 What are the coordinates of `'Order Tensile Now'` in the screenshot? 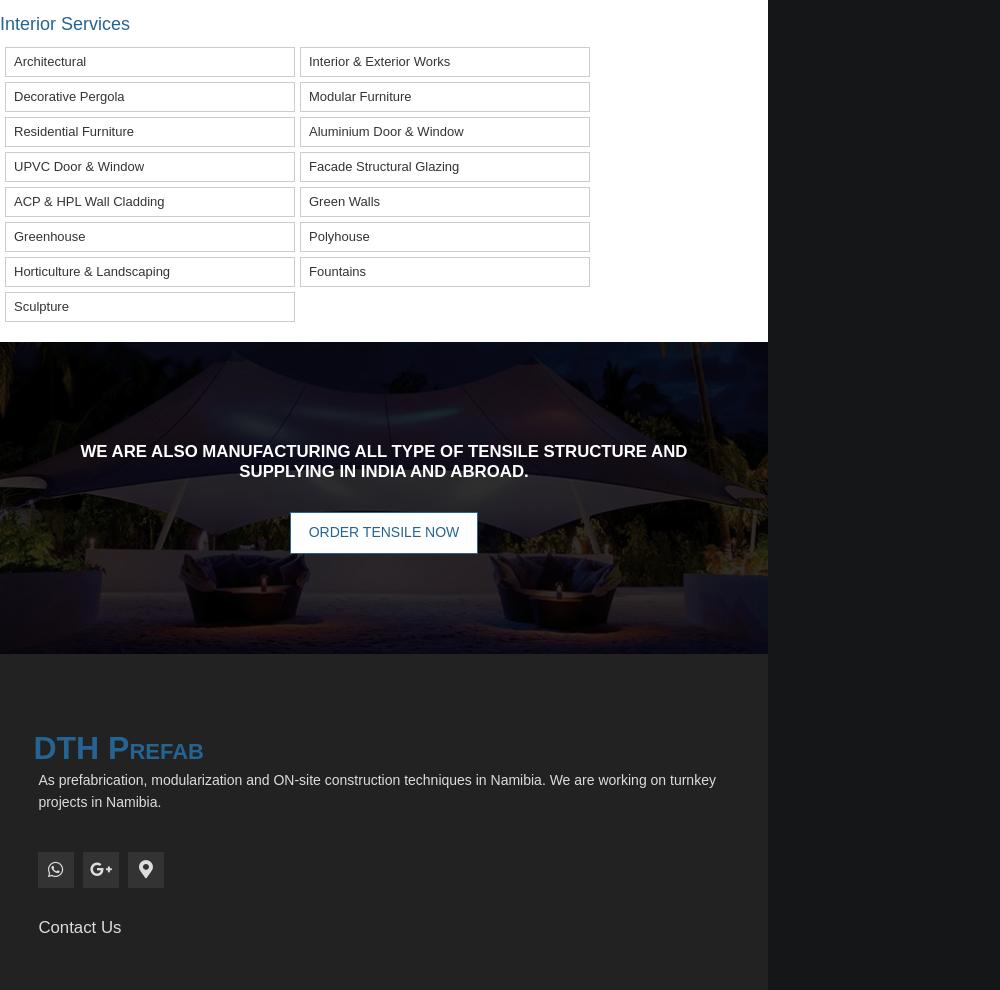 It's located at (383, 530).